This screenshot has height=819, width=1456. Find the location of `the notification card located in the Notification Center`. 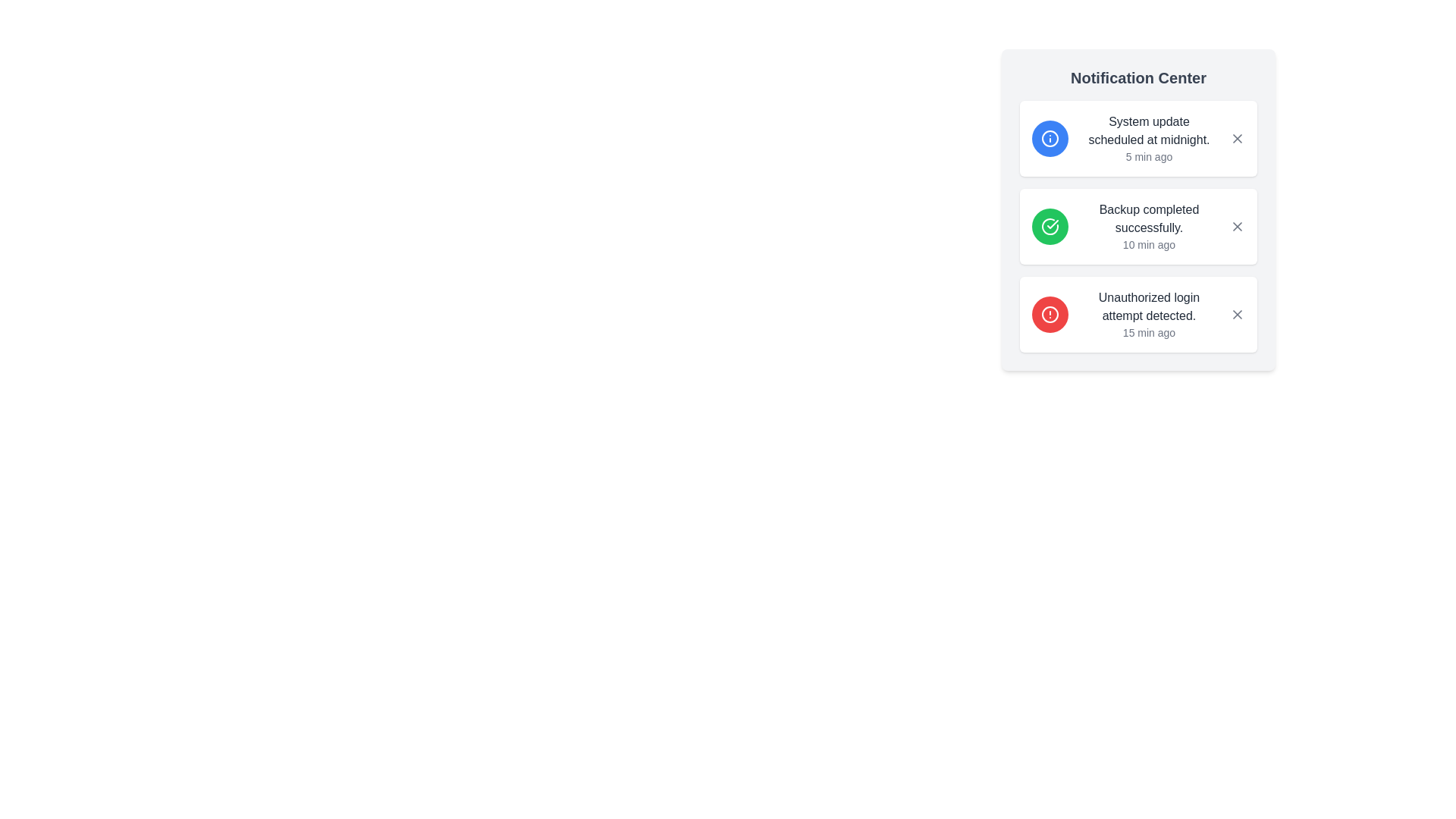

the notification card located in the Notification Center is located at coordinates (1138, 227).